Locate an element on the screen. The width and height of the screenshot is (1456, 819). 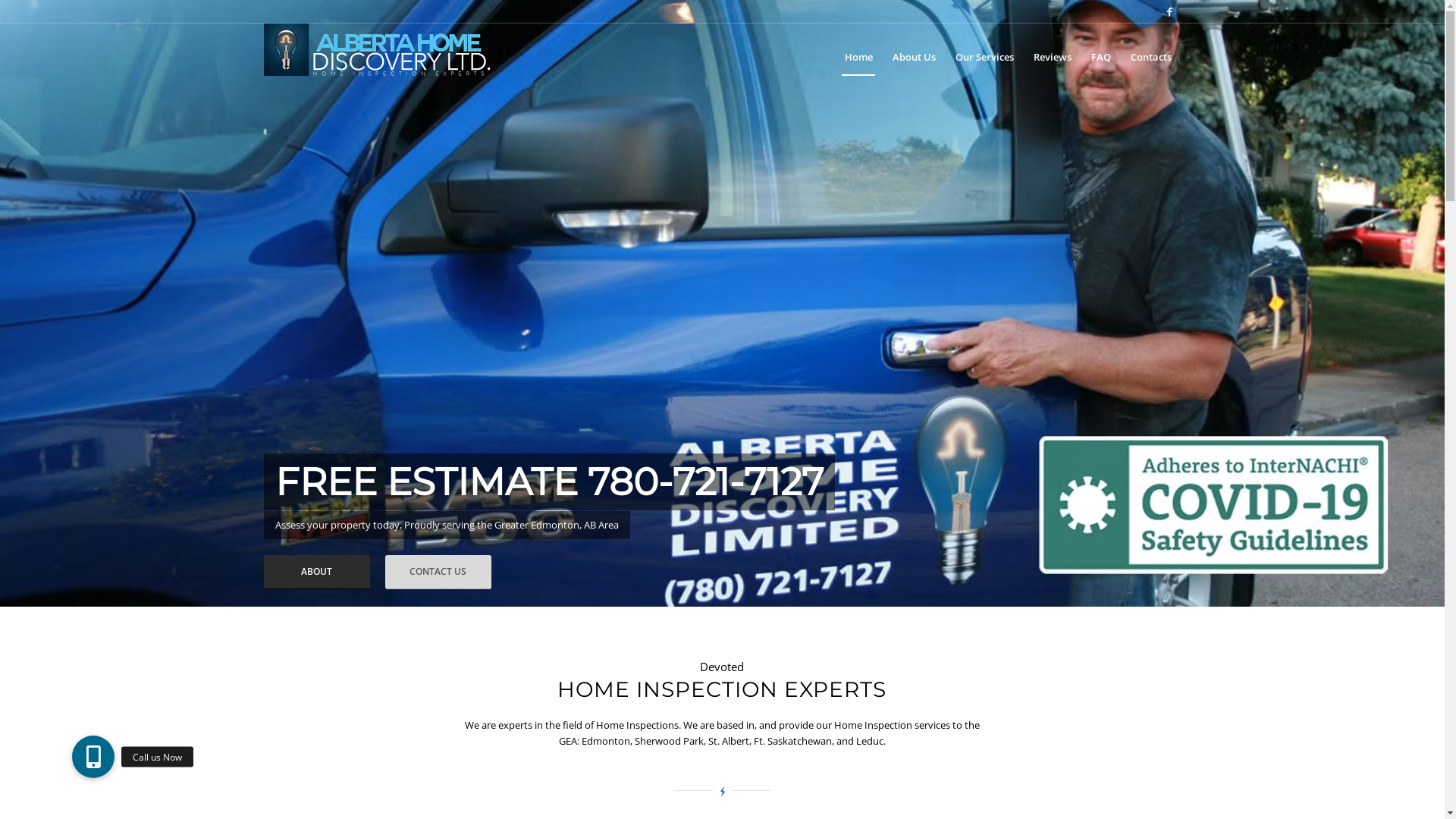
'Contacts' is located at coordinates (1150, 55).